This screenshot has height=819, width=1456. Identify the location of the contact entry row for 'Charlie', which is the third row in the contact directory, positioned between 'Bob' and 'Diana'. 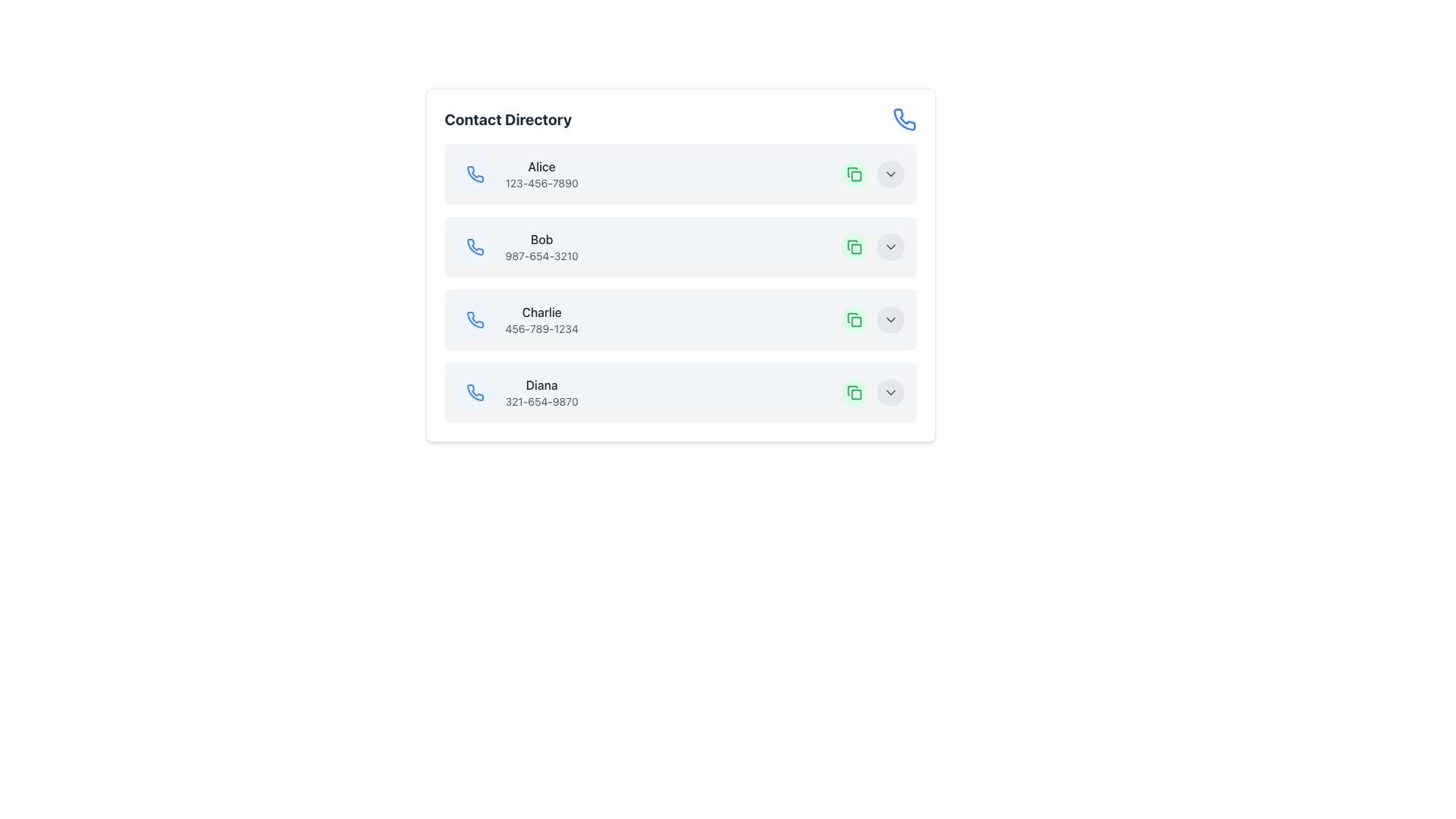
(517, 318).